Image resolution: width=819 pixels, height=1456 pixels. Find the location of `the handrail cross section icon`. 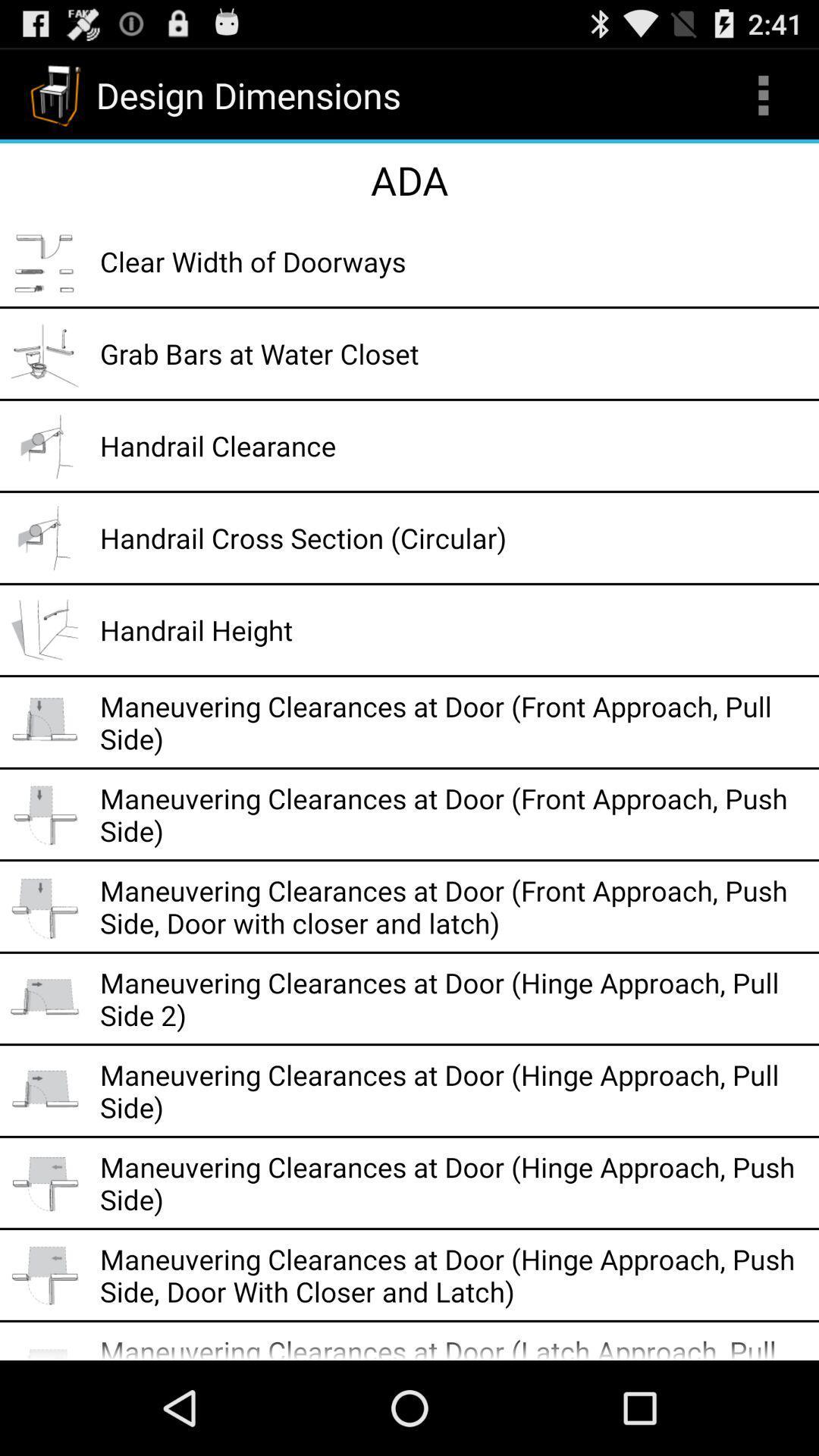

the handrail cross section icon is located at coordinates (453, 538).